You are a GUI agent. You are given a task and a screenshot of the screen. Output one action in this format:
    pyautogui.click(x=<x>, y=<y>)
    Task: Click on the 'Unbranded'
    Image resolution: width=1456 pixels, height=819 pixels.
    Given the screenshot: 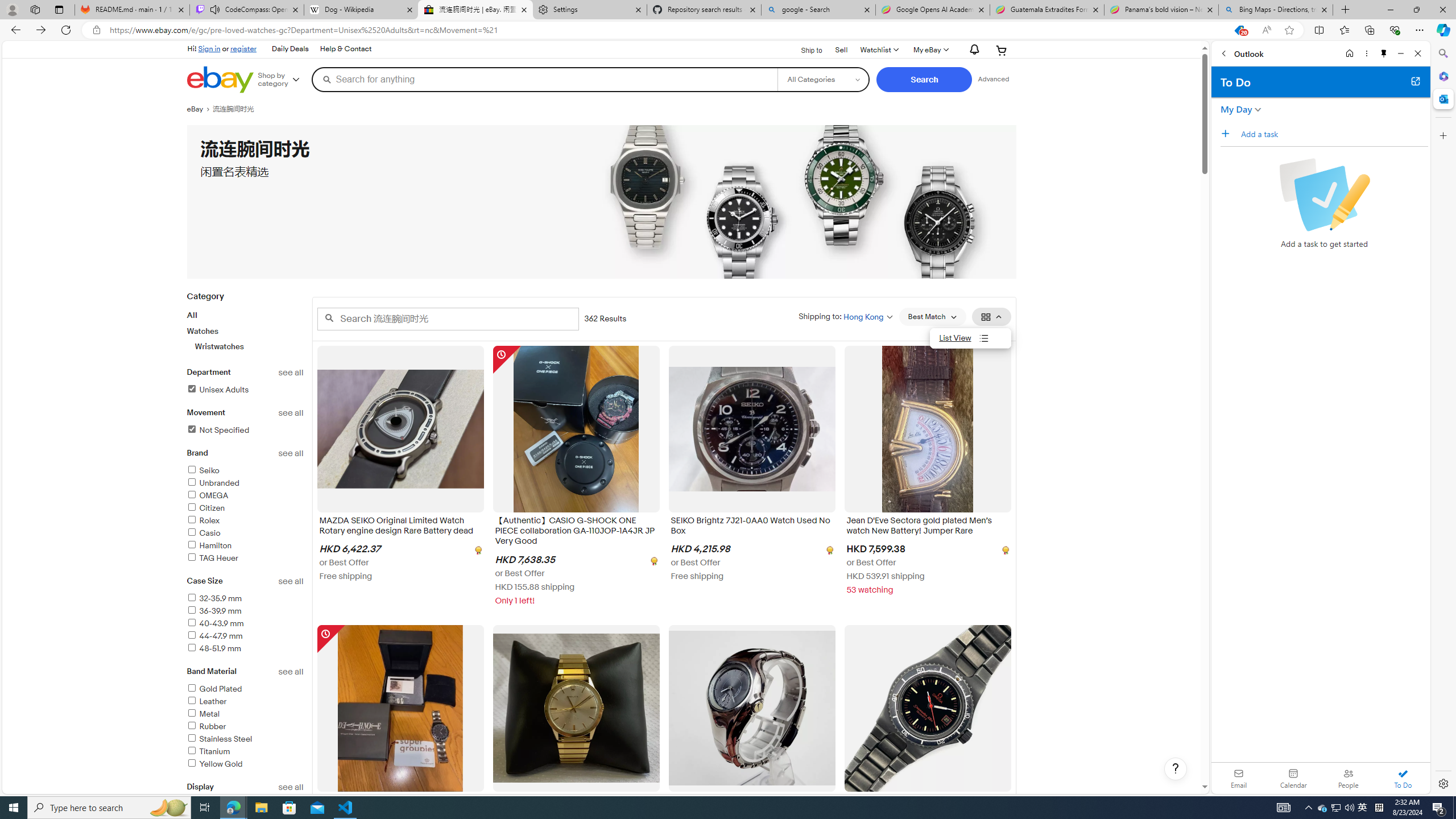 What is the action you would take?
    pyautogui.click(x=245, y=483)
    